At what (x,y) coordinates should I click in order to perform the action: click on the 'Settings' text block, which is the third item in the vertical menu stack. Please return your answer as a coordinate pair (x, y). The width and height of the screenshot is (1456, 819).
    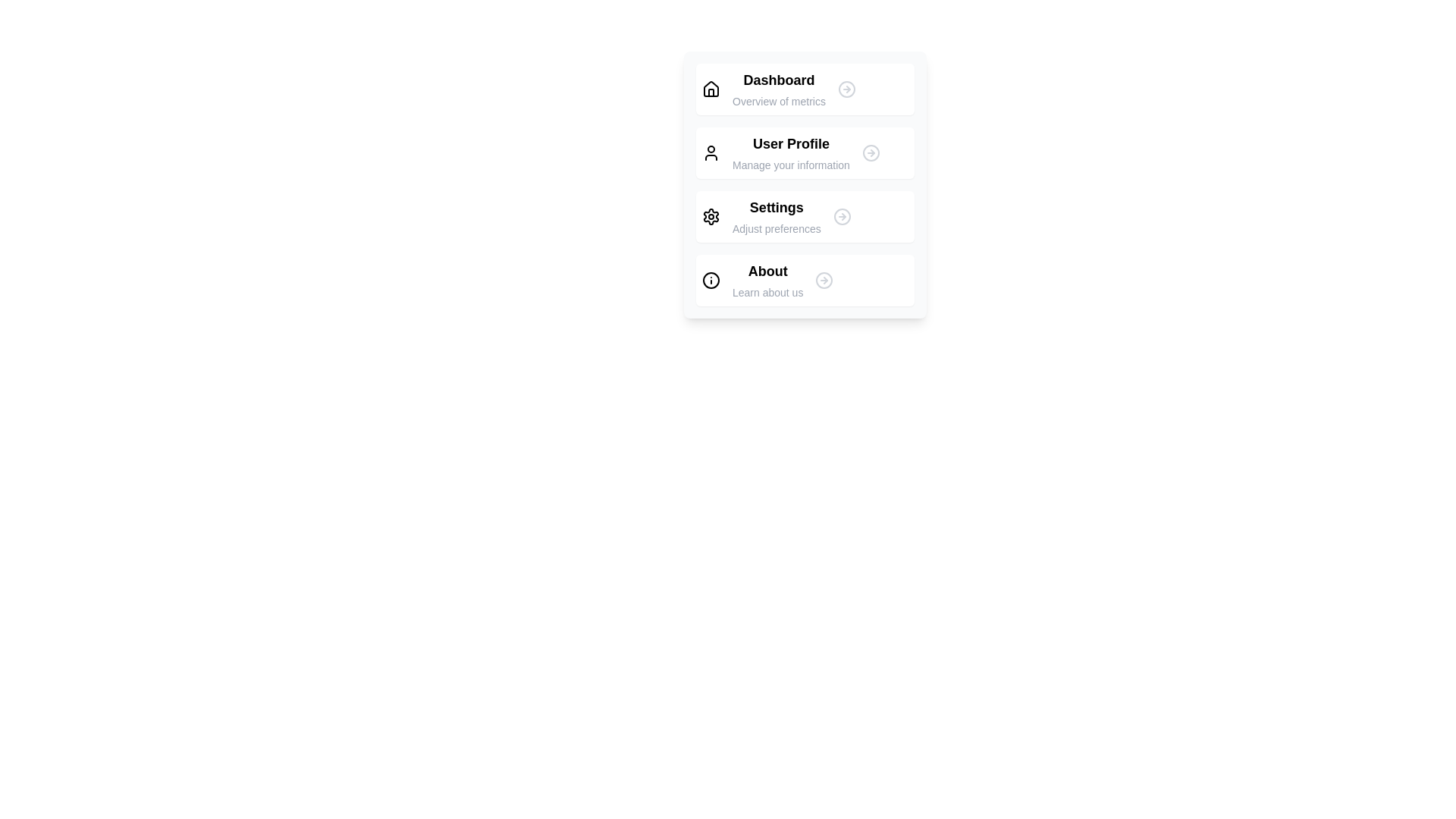
    Looking at the image, I should click on (776, 216).